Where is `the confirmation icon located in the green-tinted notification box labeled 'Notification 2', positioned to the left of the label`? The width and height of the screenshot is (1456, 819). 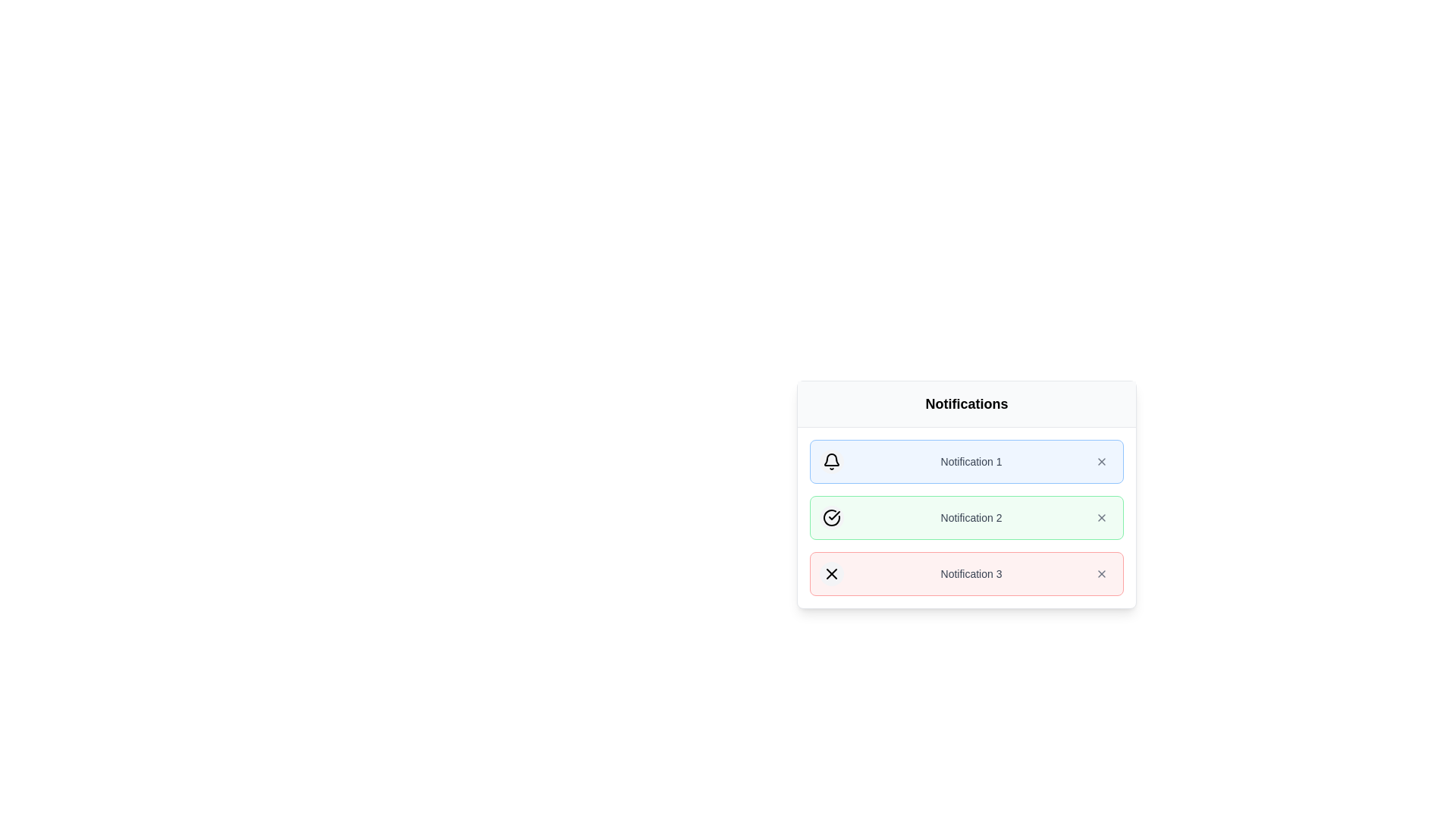 the confirmation icon located in the green-tinted notification box labeled 'Notification 2', positioned to the left of the label is located at coordinates (831, 516).